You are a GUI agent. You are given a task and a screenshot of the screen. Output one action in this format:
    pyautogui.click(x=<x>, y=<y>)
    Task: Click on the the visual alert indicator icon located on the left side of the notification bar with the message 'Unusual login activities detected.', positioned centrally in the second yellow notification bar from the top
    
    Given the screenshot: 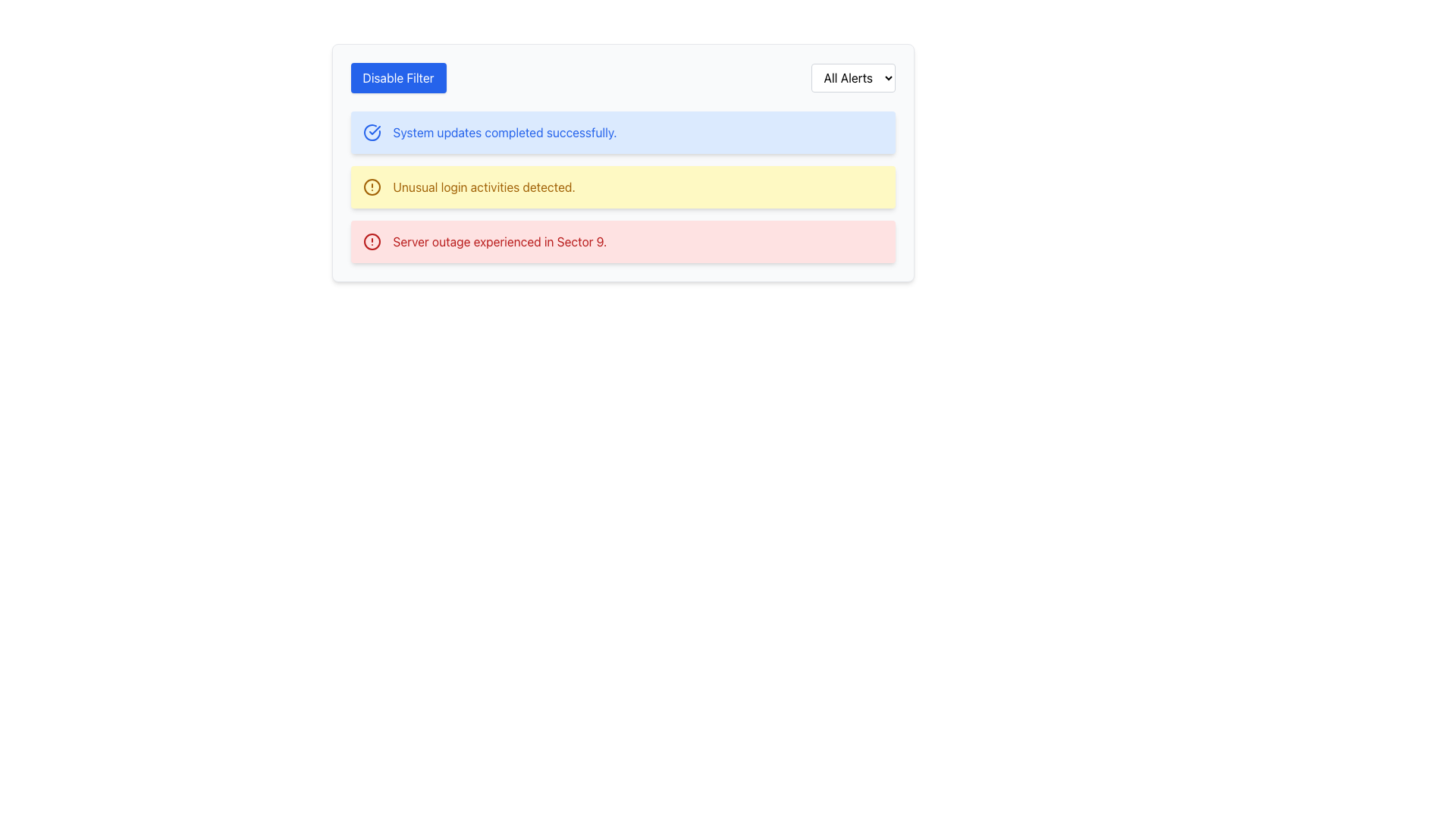 What is the action you would take?
    pyautogui.click(x=372, y=186)
    